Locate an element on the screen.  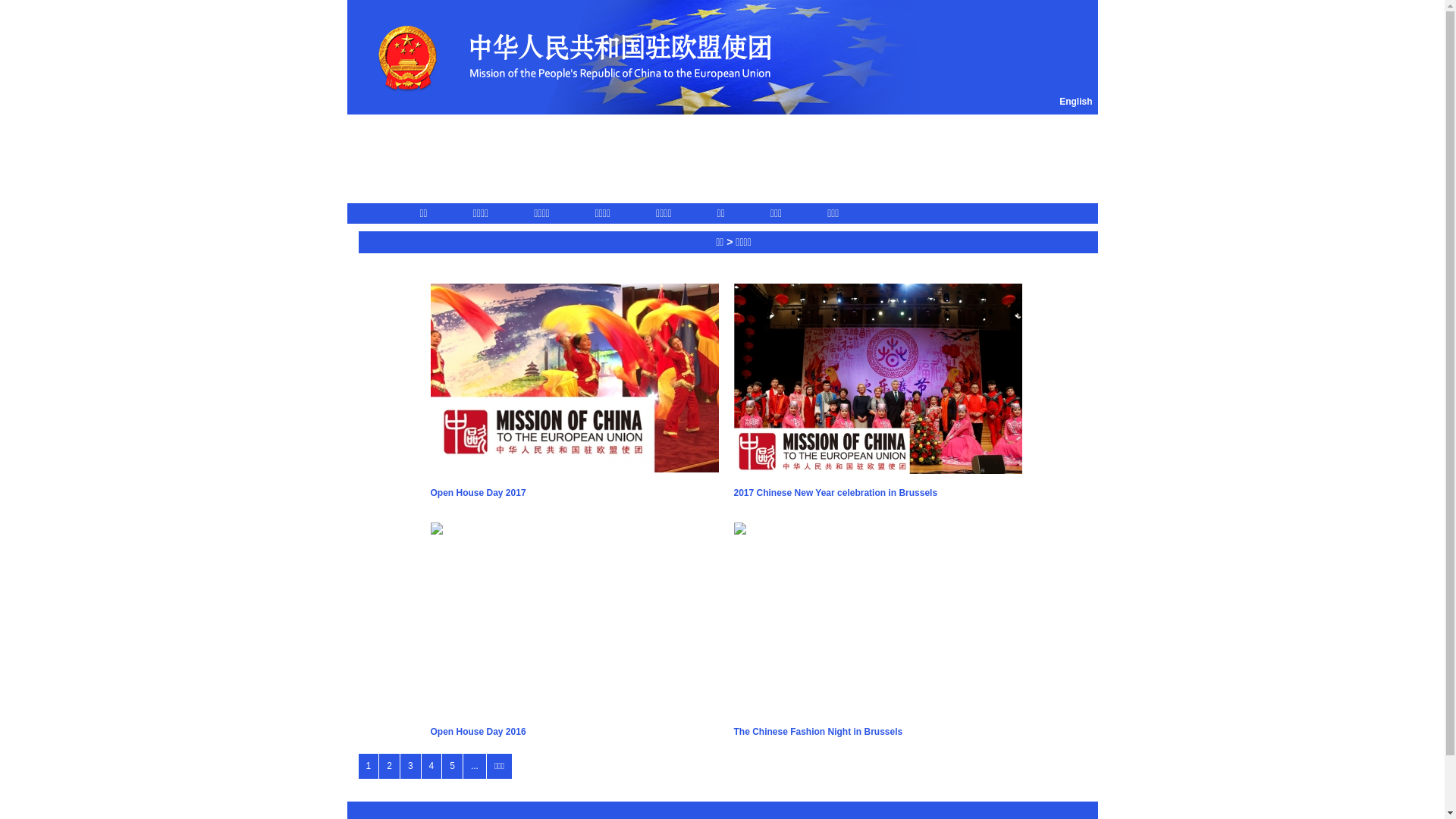
'4' is located at coordinates (431, 766).